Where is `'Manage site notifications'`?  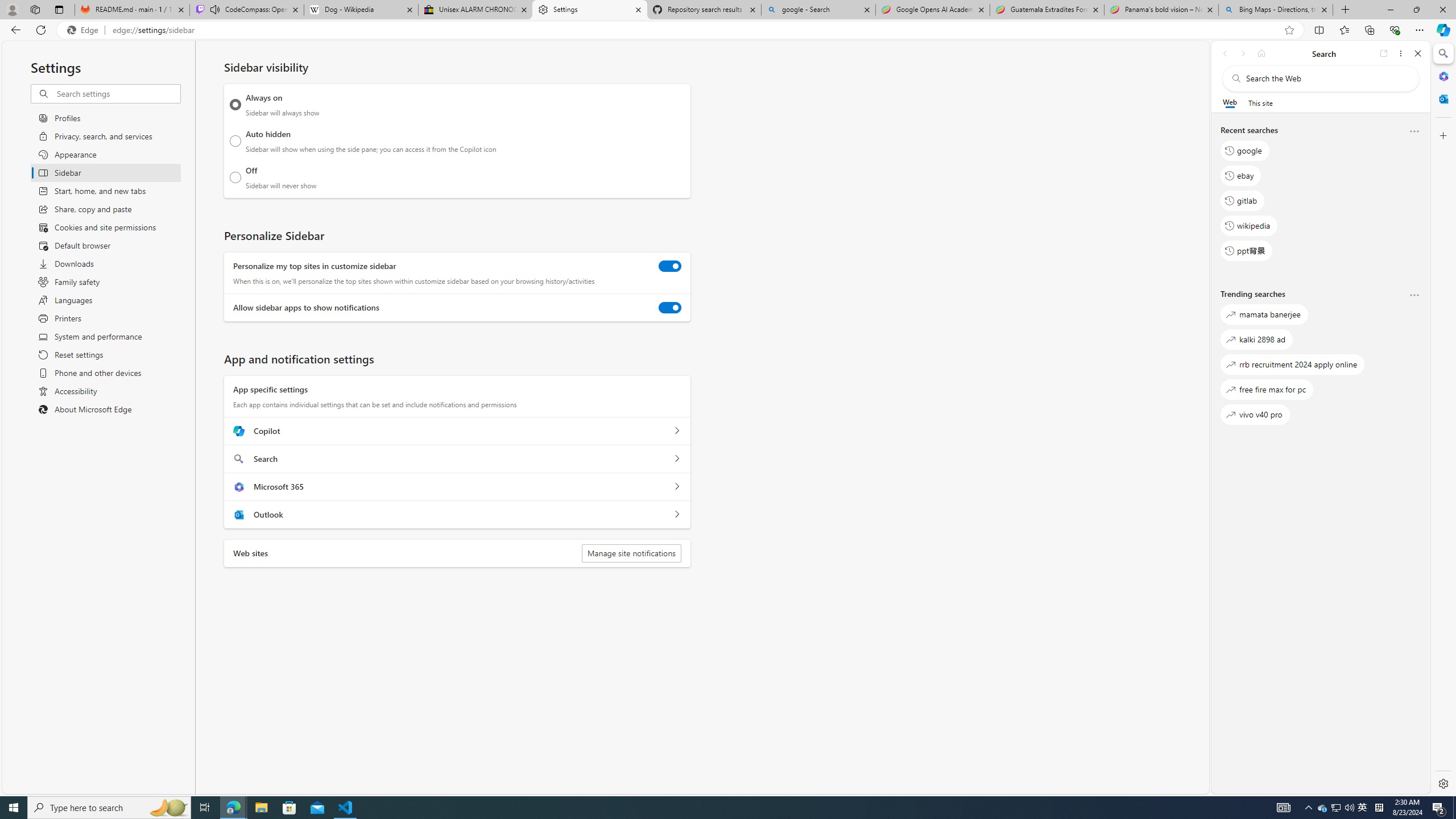 'Manage site notifications' is located at coordinates (630, 553).